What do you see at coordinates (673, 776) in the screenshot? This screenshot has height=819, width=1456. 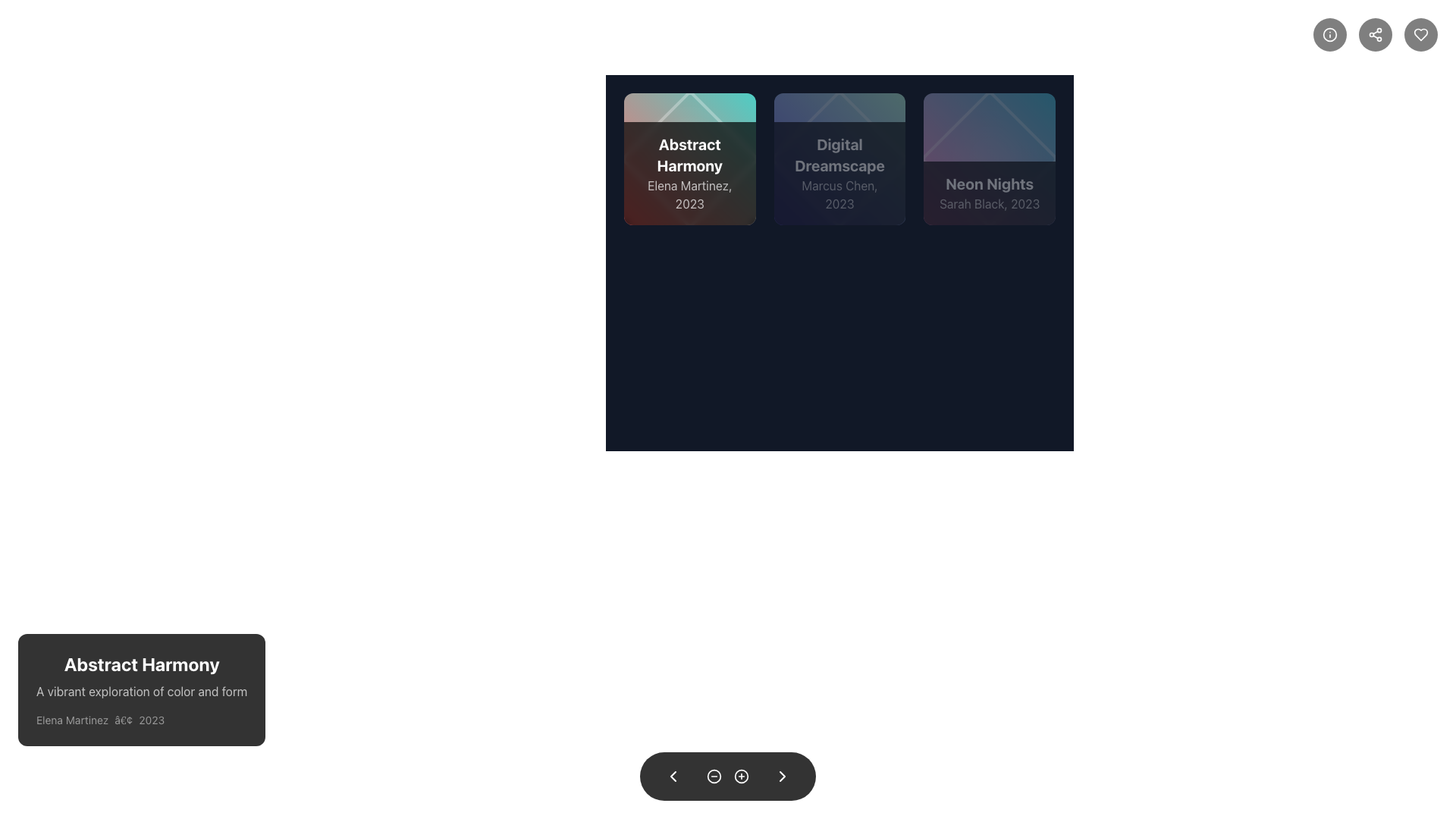 I see `the circular button with a dark background and a white chevron arrow pointing to the left, located at the bottom center of the interface` at bounding box center [673, 776].